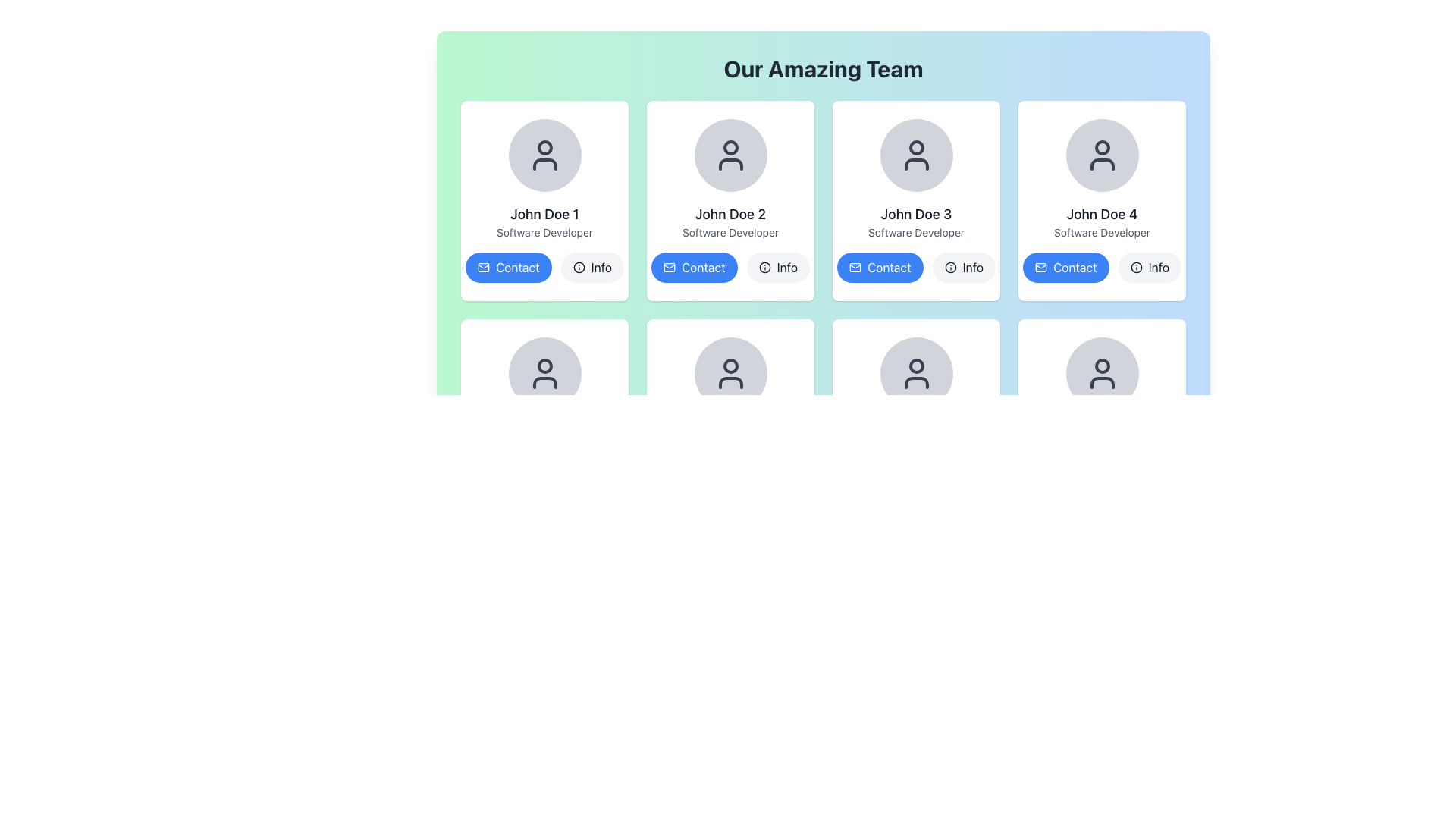 The image size is (1456, 819). What do you see at coordinates (544, 148) in the screenshot?
I see `the SVG circle graphic that represents the head in the user profile icon, located in the top-left card of the grid layout above the text 'John Doe 1'` at bounding box center [544, 148].